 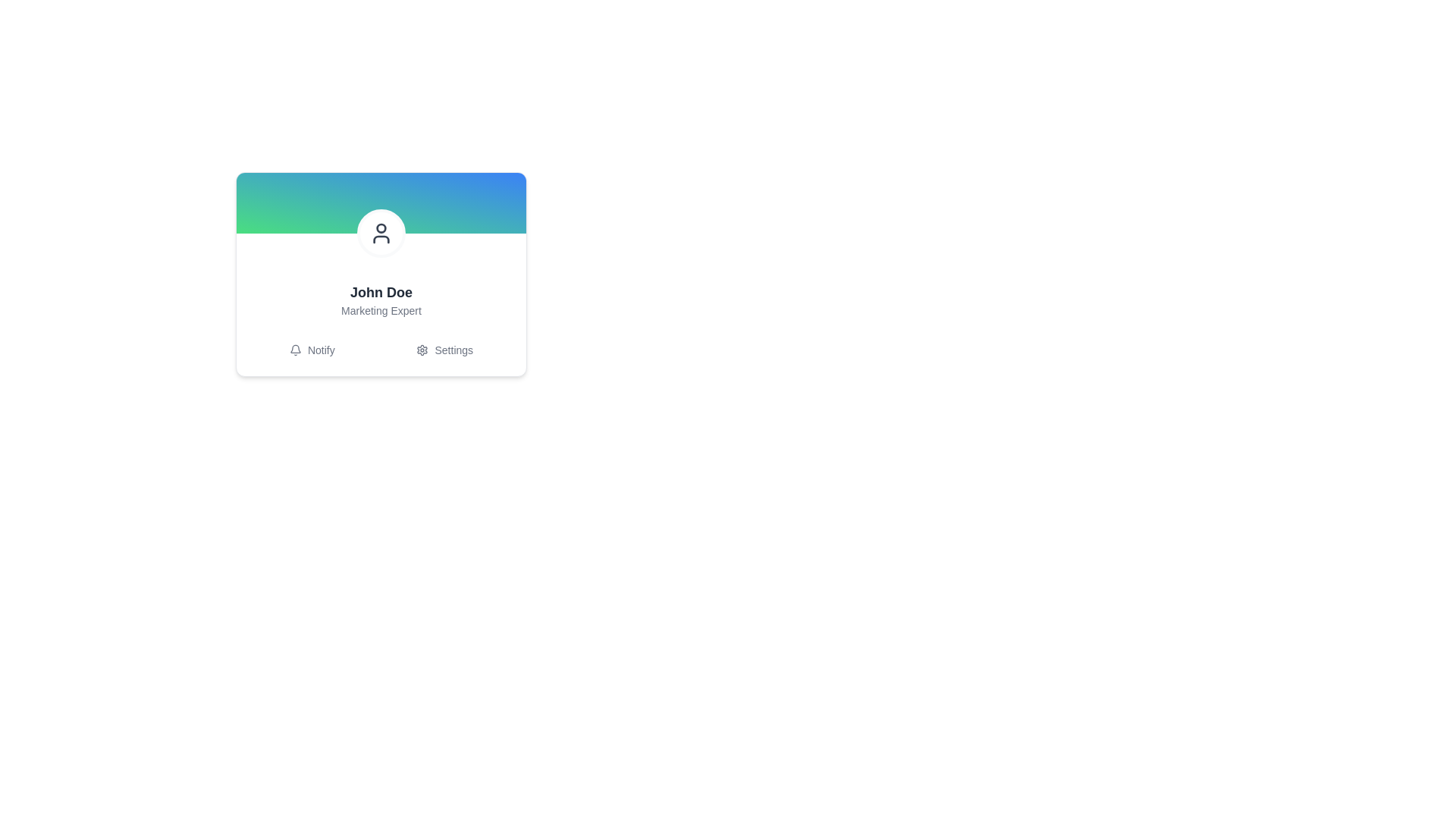 What do you see at coordinates (422, 350) in the screenshot?
I see `the gear-shaped icon button located in the bottom-right corner of the card layout` at bounding box center [422, 350].